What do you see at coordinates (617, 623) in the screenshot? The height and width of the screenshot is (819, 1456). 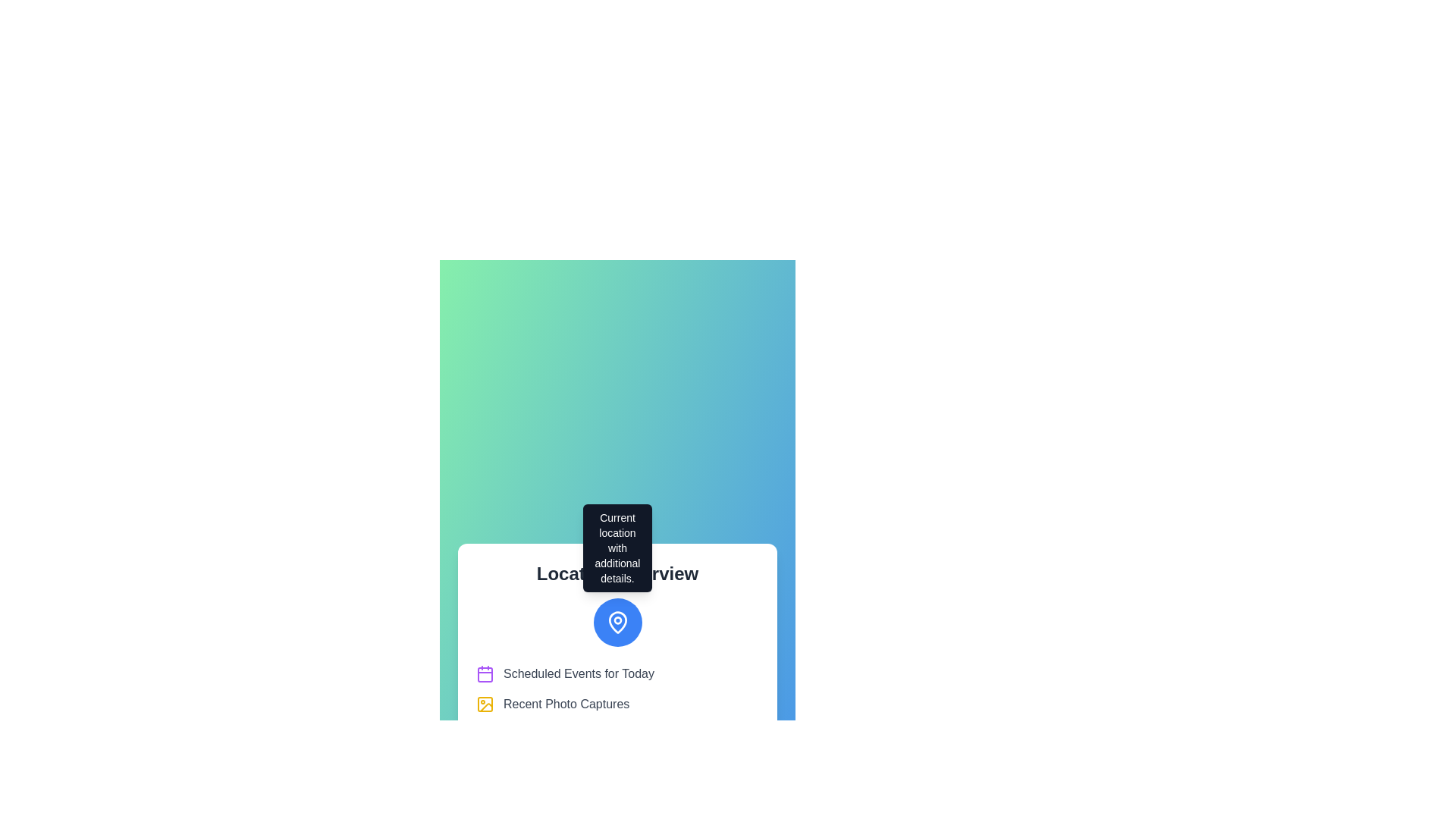 I see `the location pin icon, which is centered within a circular blue background in the 'Current location' section` at bounding box center [617, 623].